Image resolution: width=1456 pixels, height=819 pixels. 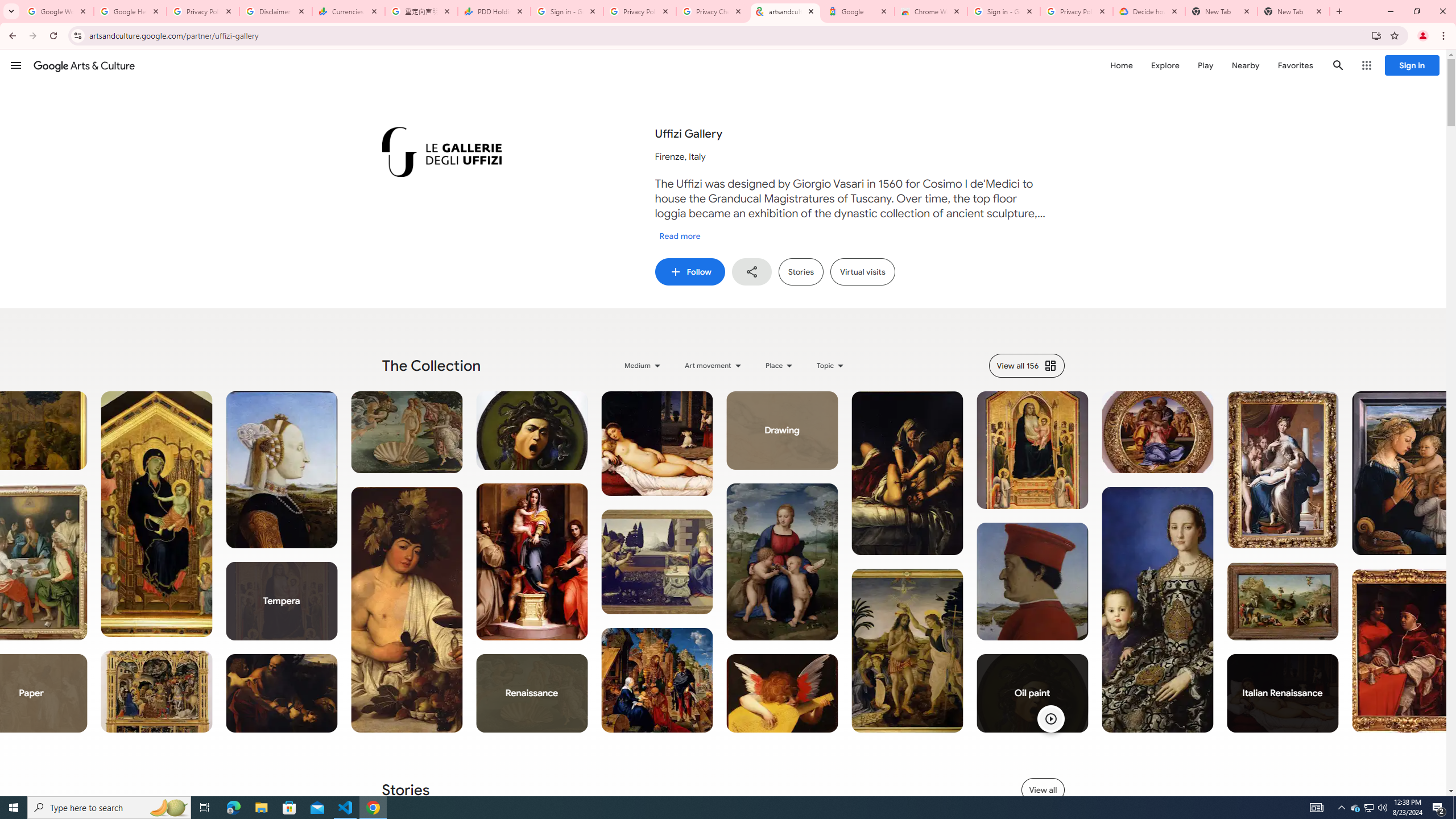 I want to click on 'Google', so click(x=858, y=11).